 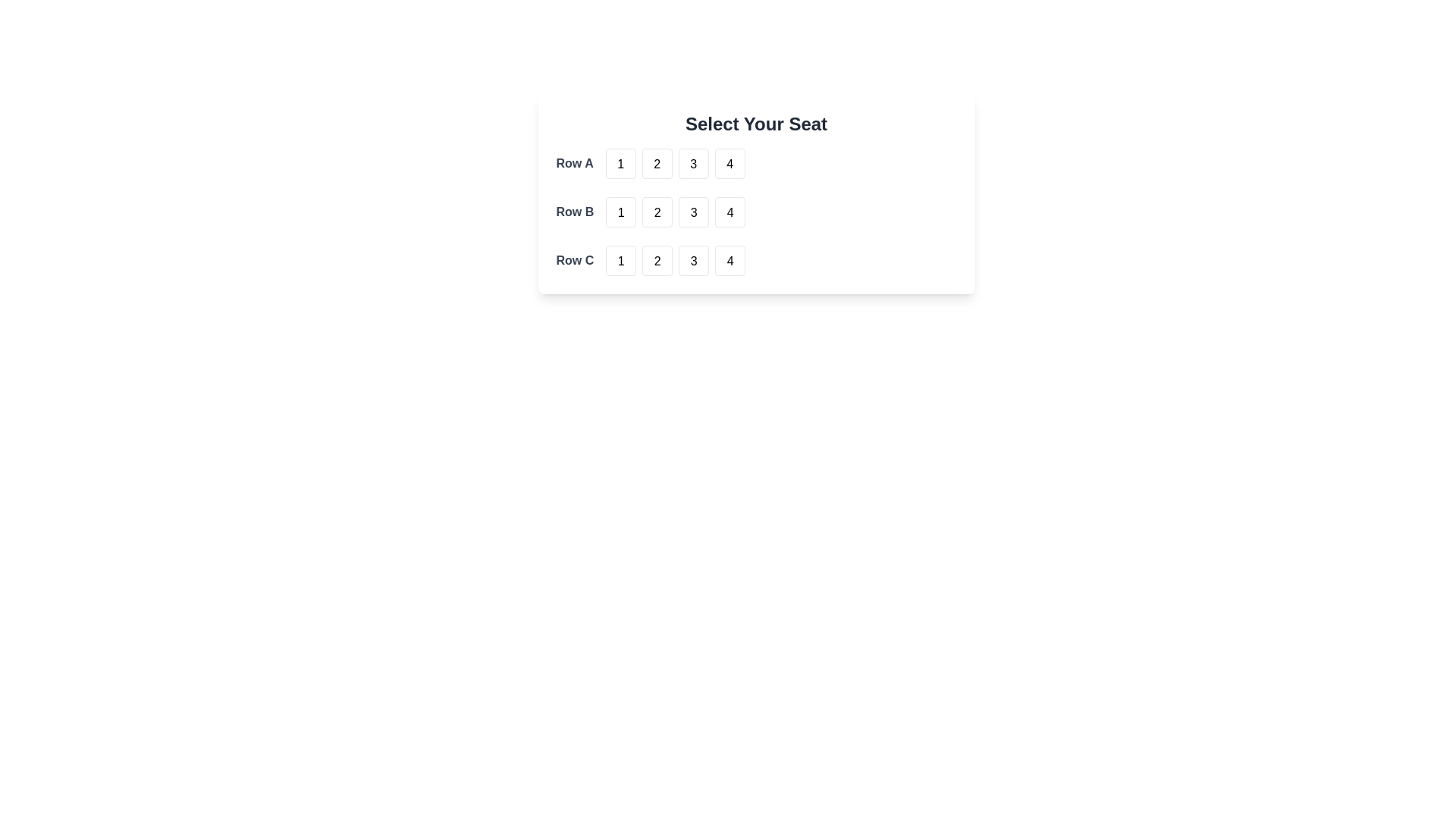 What do you see at coordinates (621, 259) in the screenshot?
I see `the first button in Row C under the 'Select Your Seat' header, which is a square button with rounded corners, a white background, and the number '1' centered in bold black text` at bounding box center [621, 259].